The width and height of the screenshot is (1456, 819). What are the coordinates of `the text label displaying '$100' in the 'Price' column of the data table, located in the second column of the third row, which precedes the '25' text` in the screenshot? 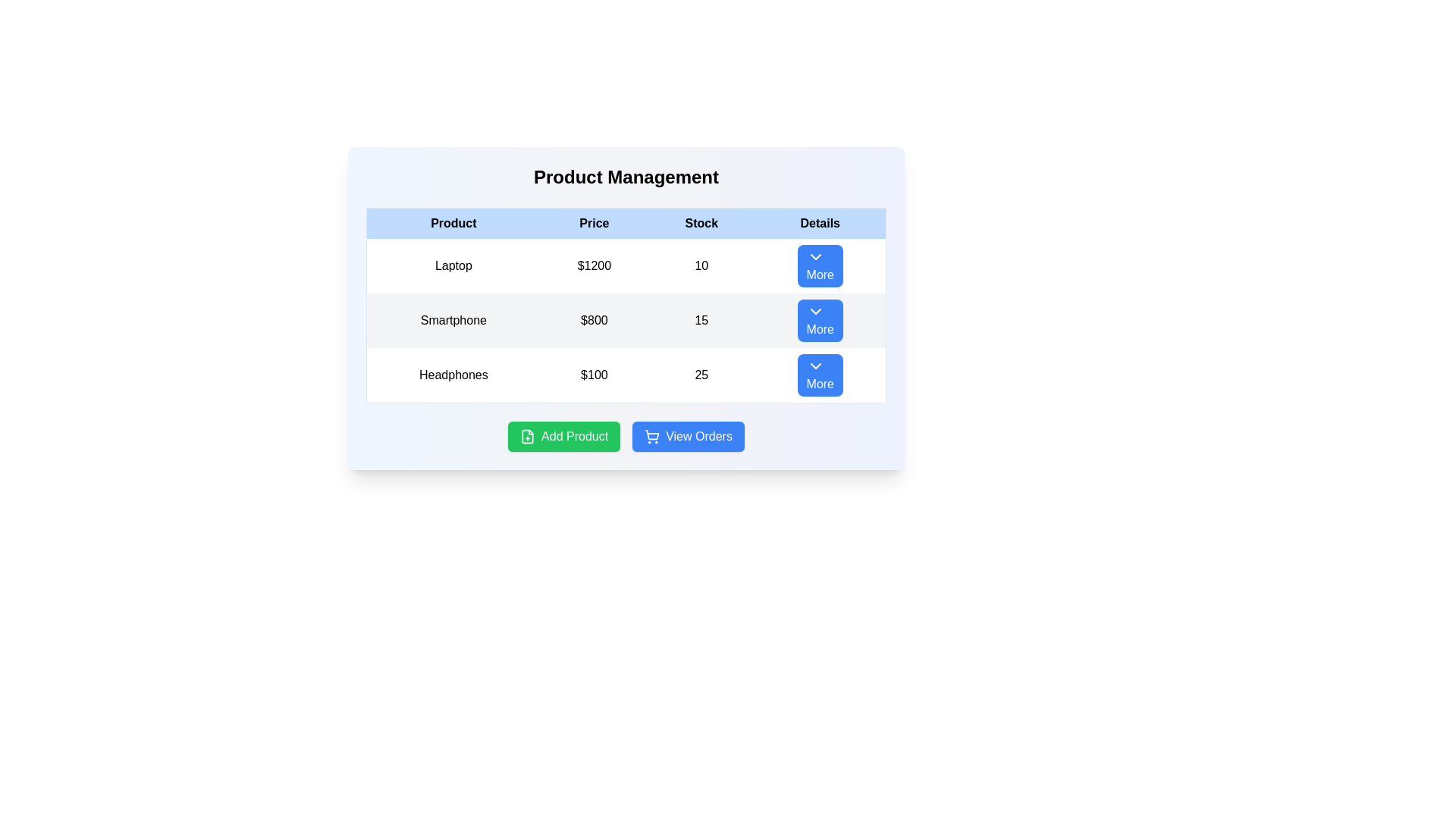 It's located at (593, 375).